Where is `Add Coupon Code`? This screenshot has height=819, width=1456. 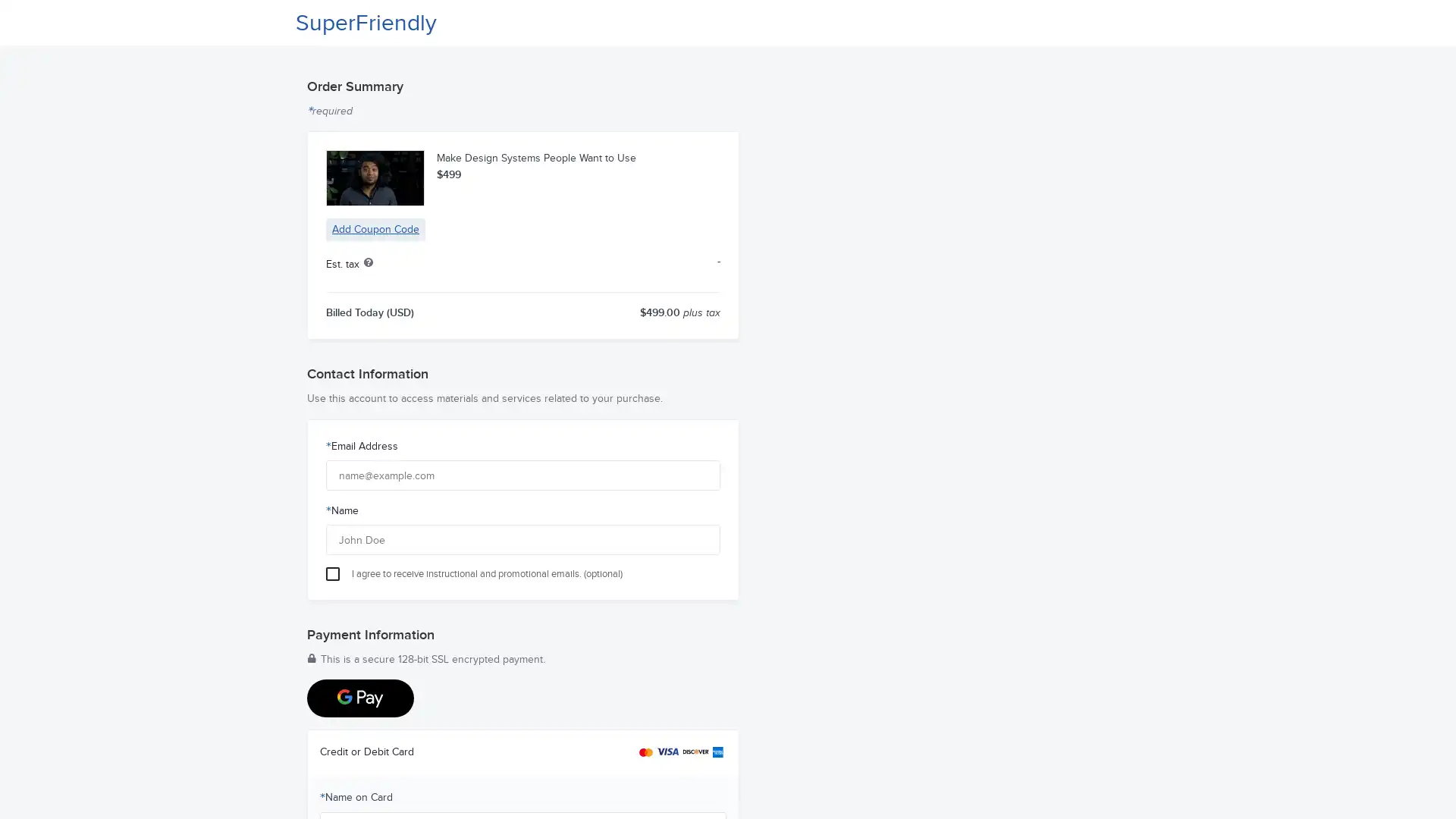
Add Coupon Code is located at coordinates (375, 229).